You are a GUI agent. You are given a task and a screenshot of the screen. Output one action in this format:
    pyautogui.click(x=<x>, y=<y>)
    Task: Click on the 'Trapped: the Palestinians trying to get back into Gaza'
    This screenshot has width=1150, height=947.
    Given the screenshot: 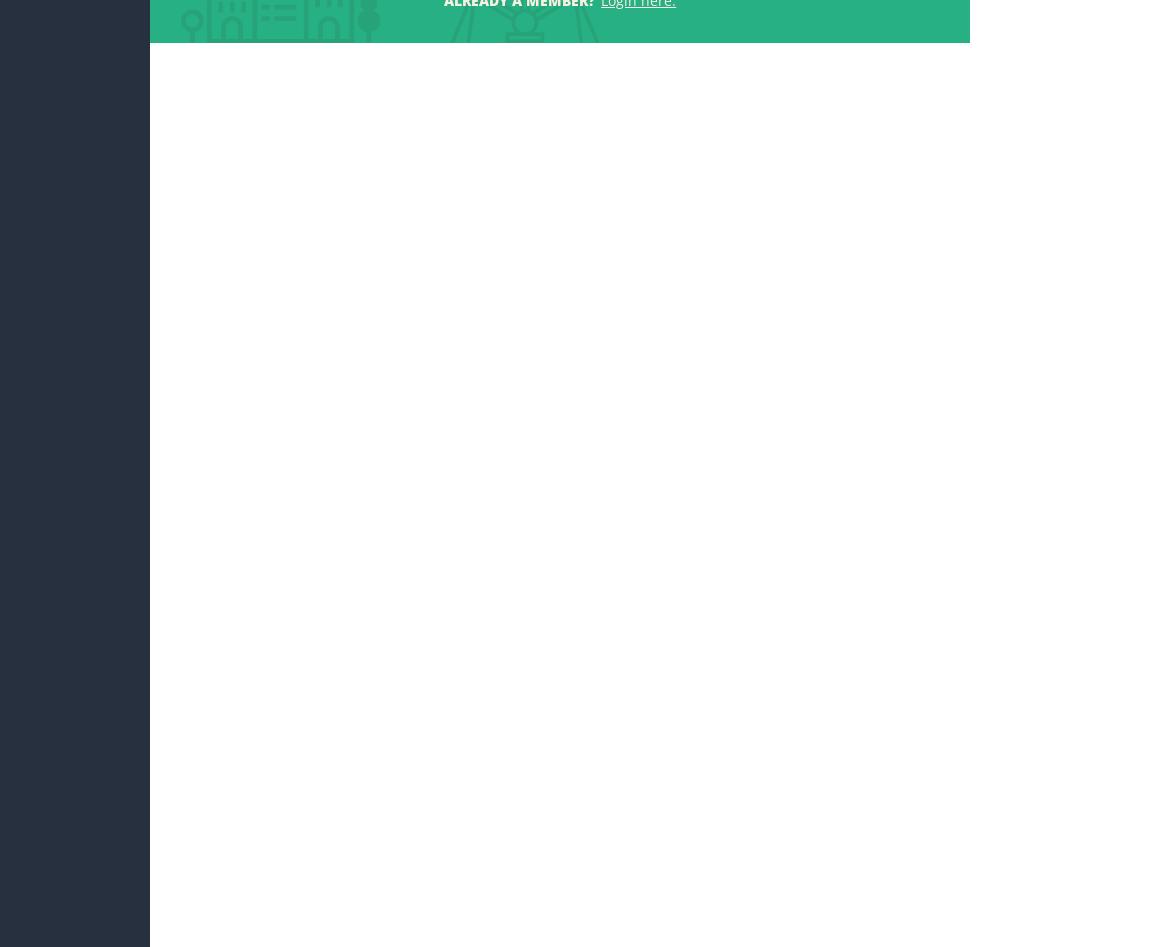 What is the action you would take?
    pyautogui.click(x=854, y=377)
    